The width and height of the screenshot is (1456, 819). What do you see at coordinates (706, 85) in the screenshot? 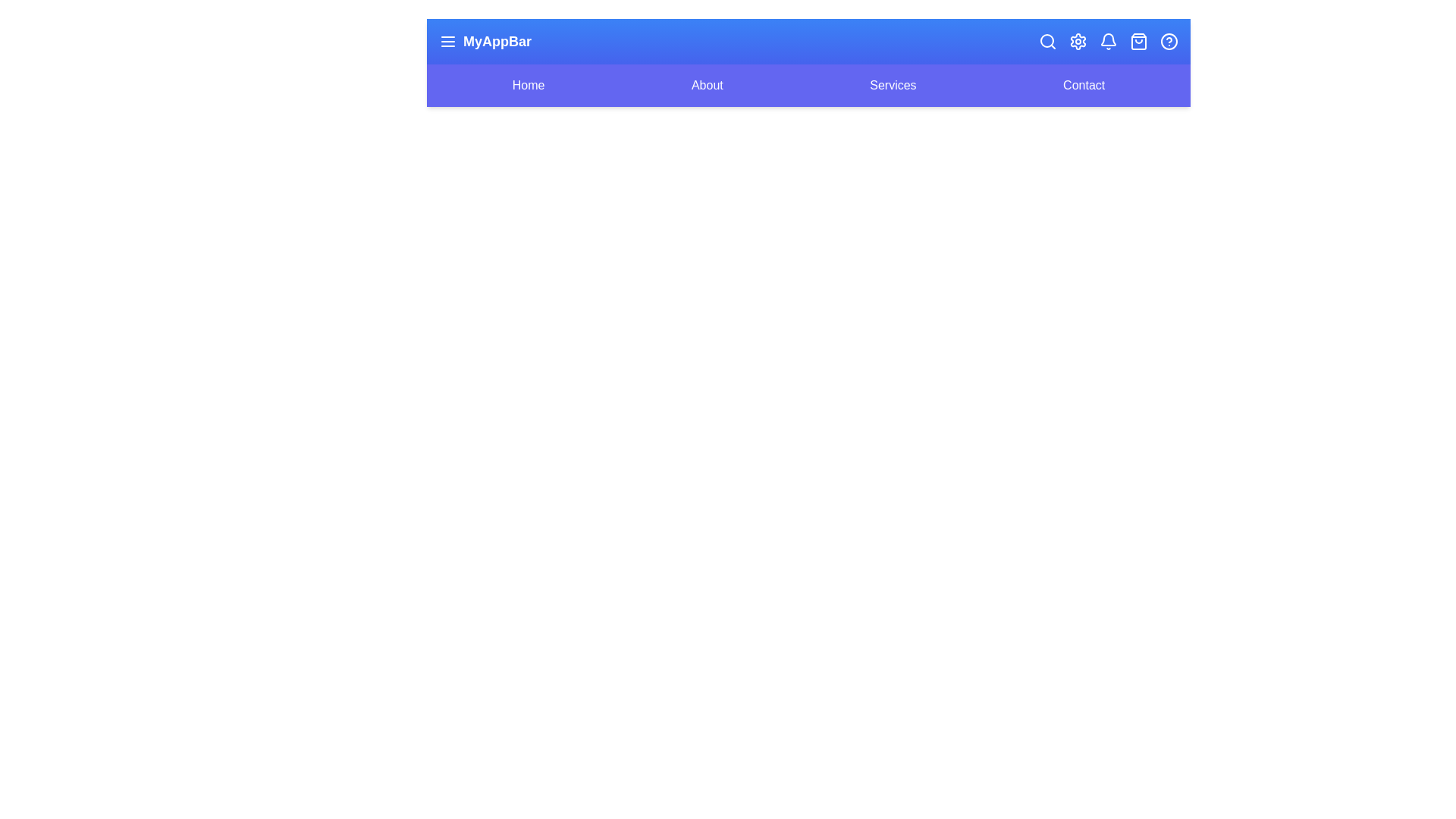
I see `the navigation link labeled 'About'` at bounding box center [706, 85].